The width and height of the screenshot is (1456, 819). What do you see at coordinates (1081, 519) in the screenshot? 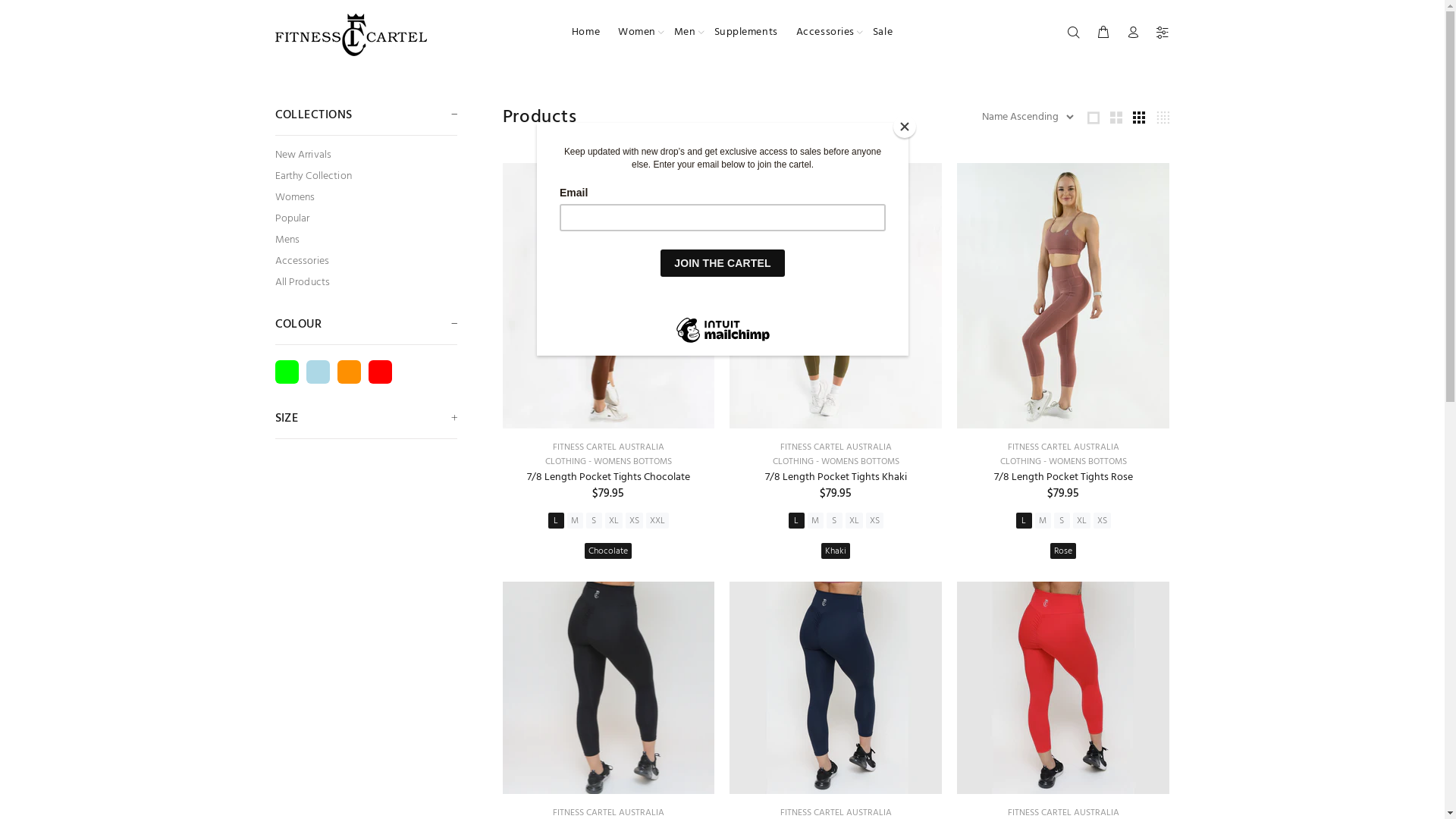
I see `'XL'` at bounding box center [1081, 519].